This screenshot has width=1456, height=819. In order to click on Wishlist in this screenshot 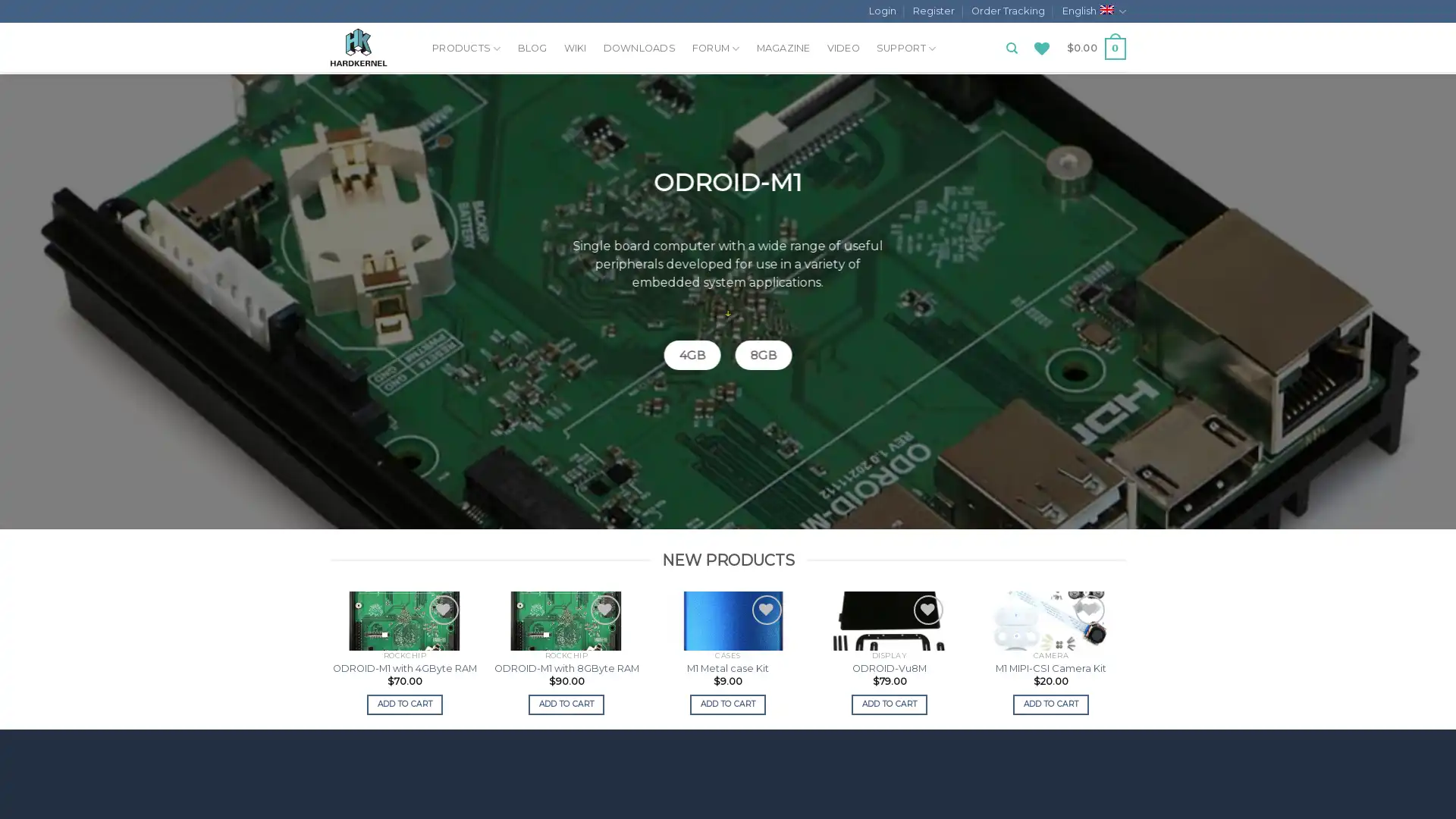, I will do `click(604, 609)`.